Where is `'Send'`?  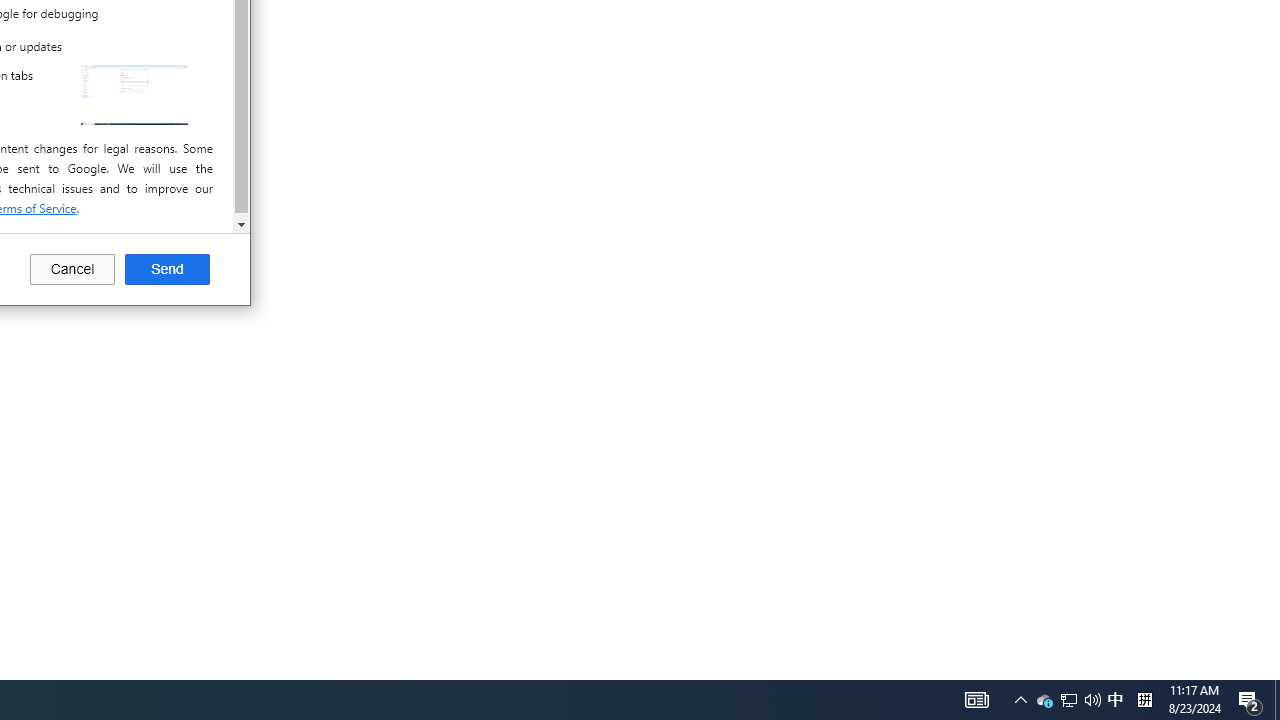
'Send' is located at coordinates (167, 268).